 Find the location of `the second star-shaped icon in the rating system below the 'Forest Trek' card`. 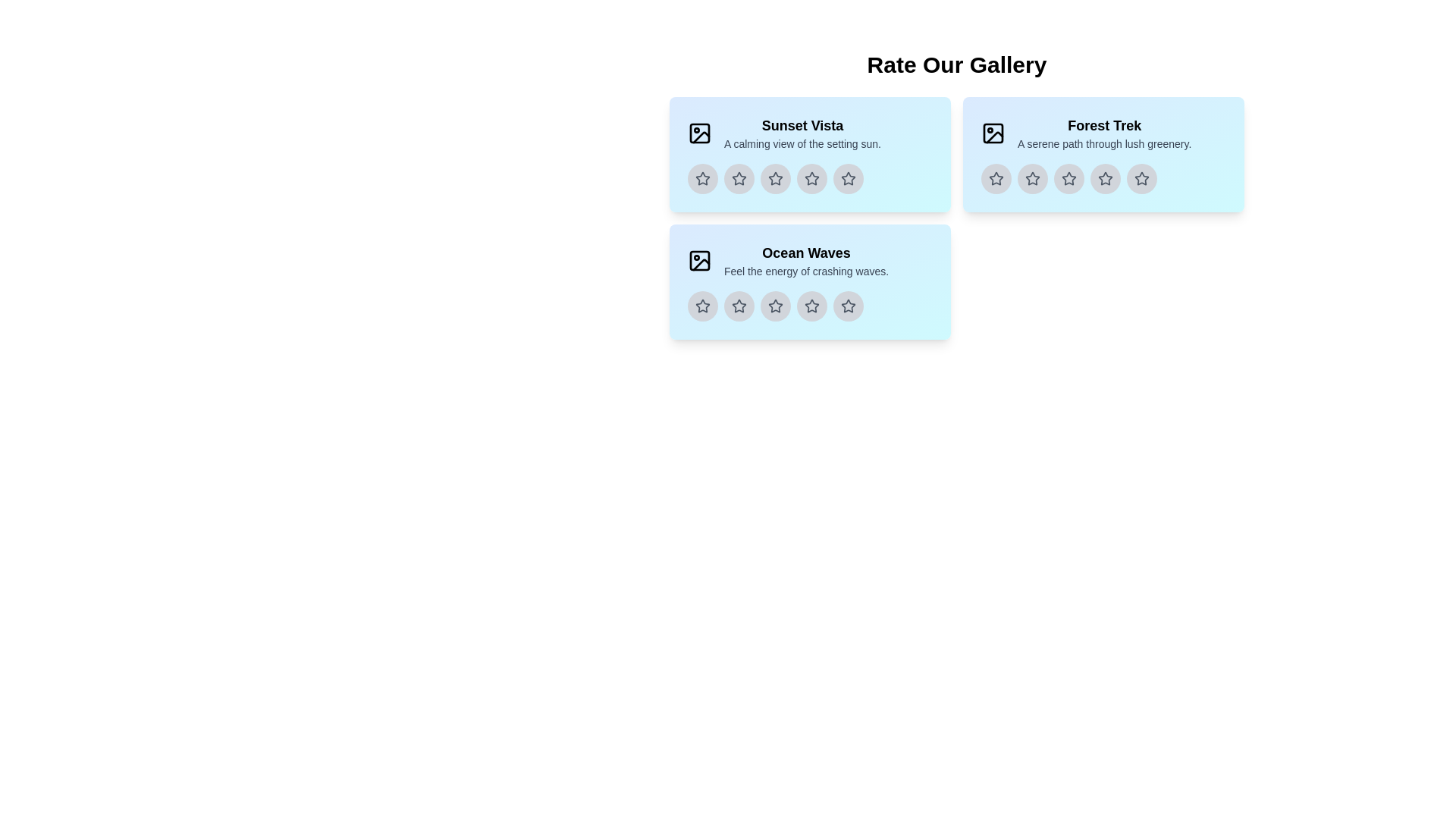

the second star-shaped icon in the rating system below the 'Forest Trek' card is located at coordinates (1032, 177).